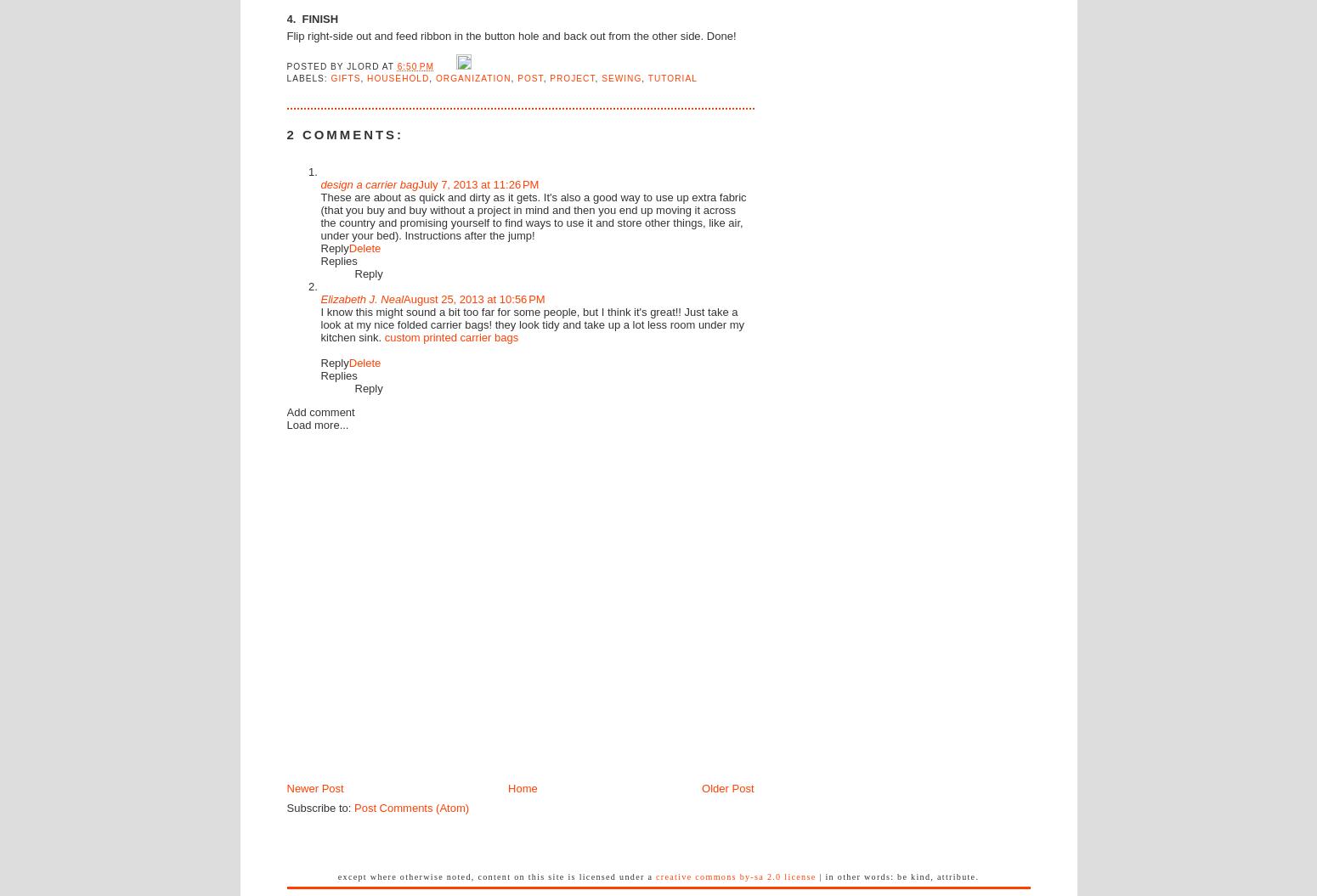 The height and width of the screenshot is (896, 1317). Describe the element at coordinates (602, 77) in the screenshot. I see `'Sewing'` at that location.